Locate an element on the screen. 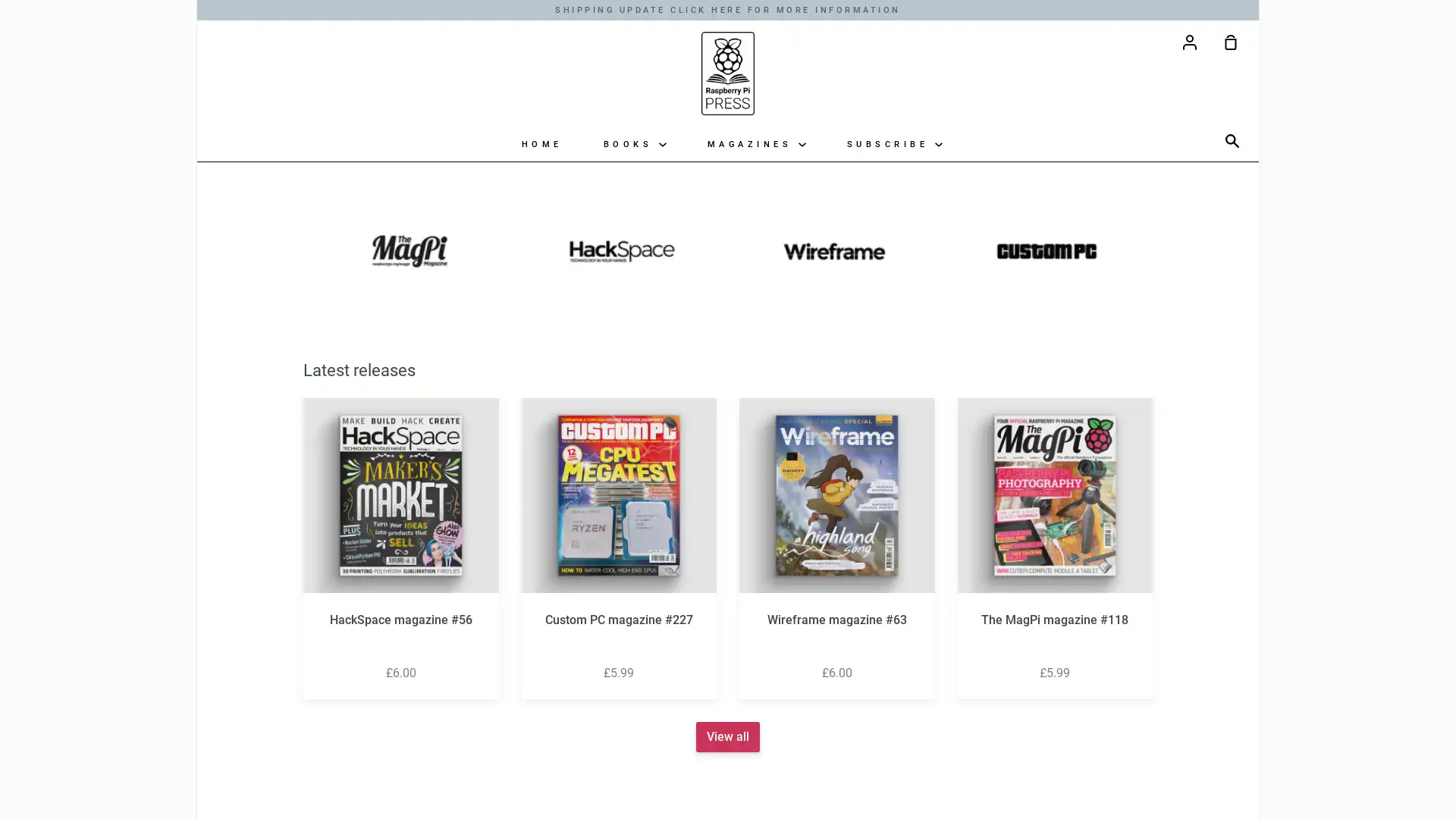 The width and height of the screenshot is (1456, 819). Shop now is located at coordinates (728, 475).